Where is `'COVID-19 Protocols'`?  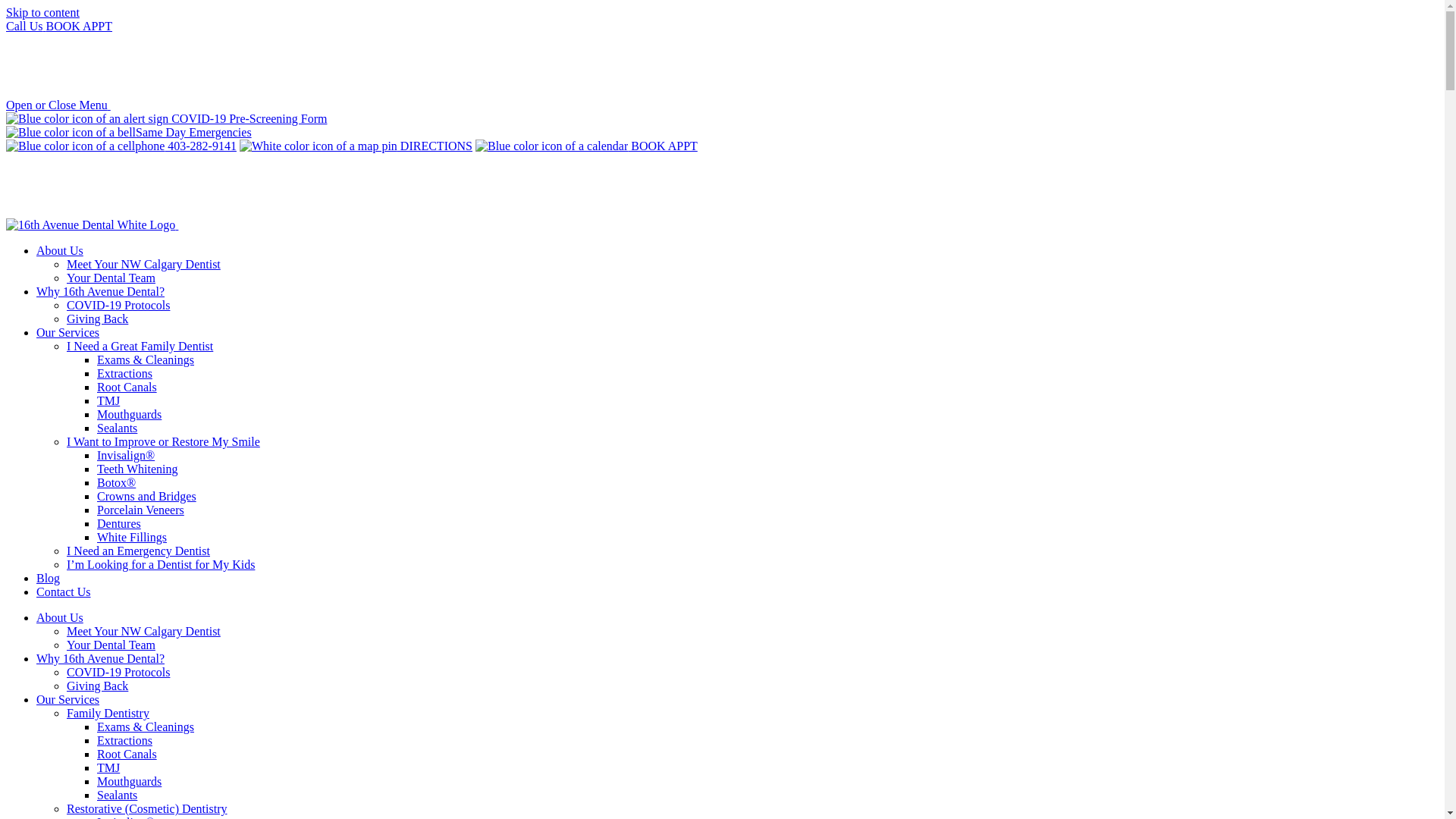
'COVID-19 Protocols' is located at coordinates (65, 671).